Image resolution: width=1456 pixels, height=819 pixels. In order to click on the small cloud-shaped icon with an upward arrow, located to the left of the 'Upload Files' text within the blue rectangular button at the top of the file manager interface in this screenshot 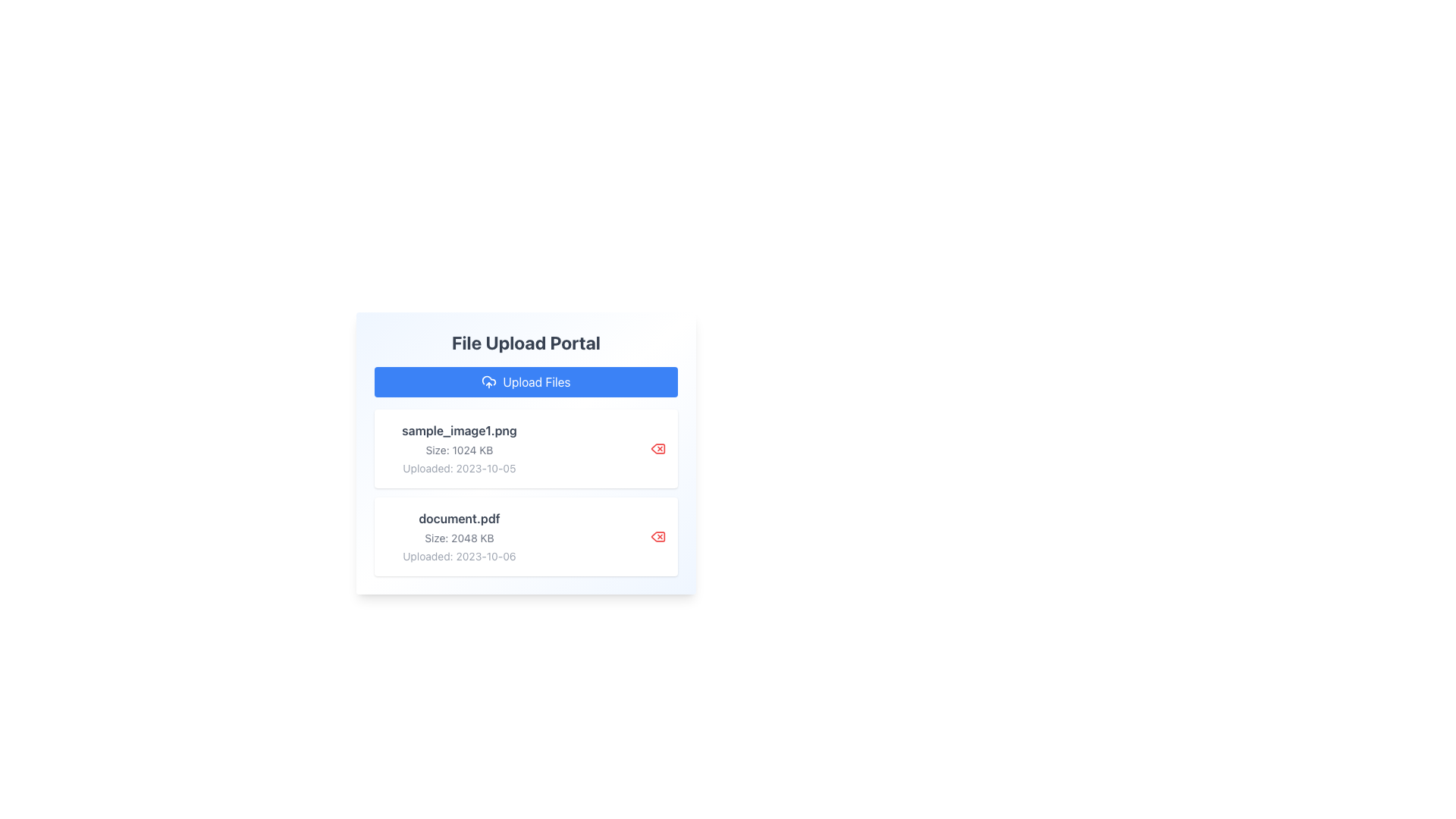, I will do `click(489, 381)`.